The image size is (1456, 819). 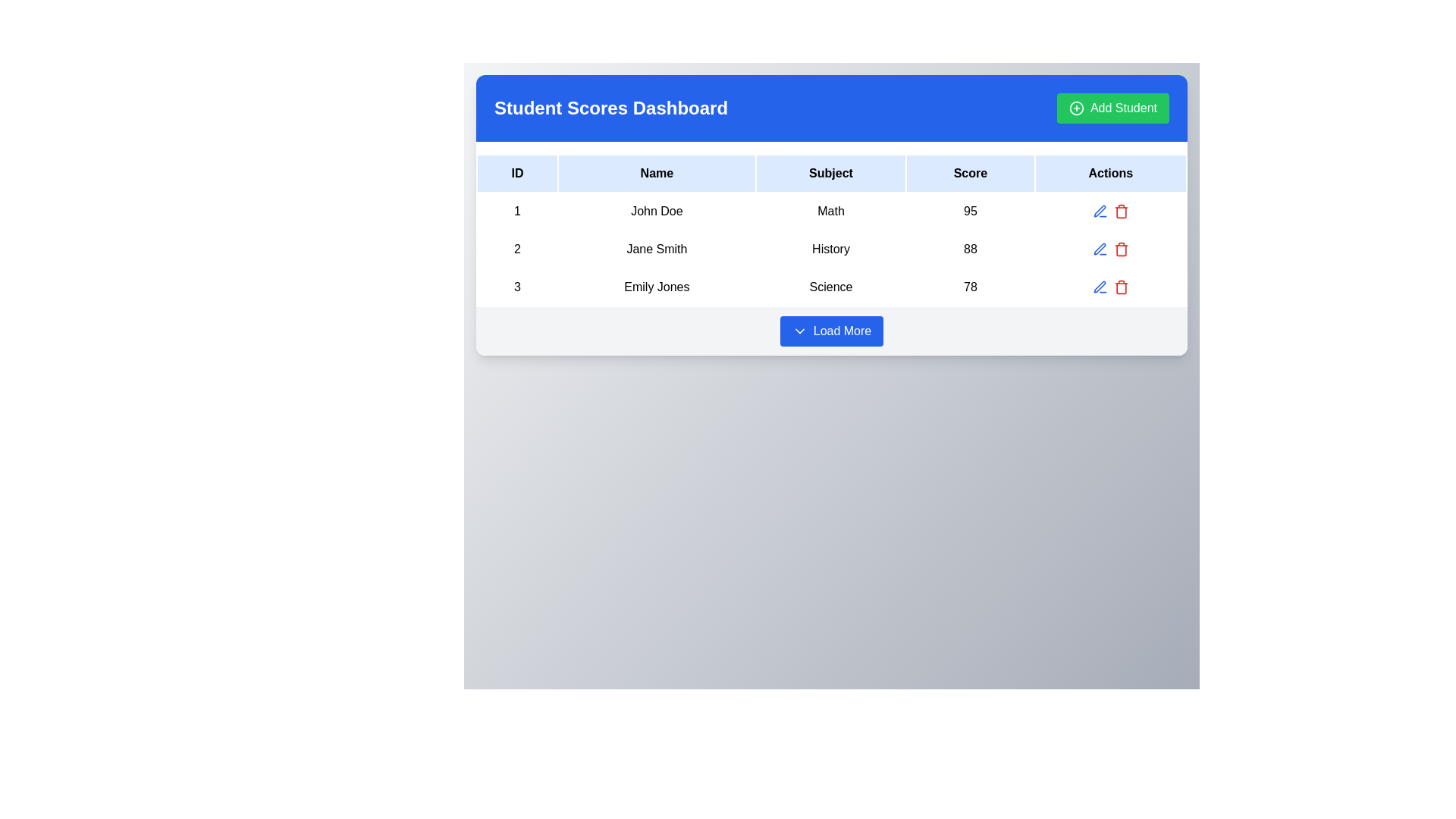 I want to click on the text displaying the number '2' in black color, which is located in the first column of the second row of the table under the 'Student Scores Dashboard', so click(x=517, y=248).